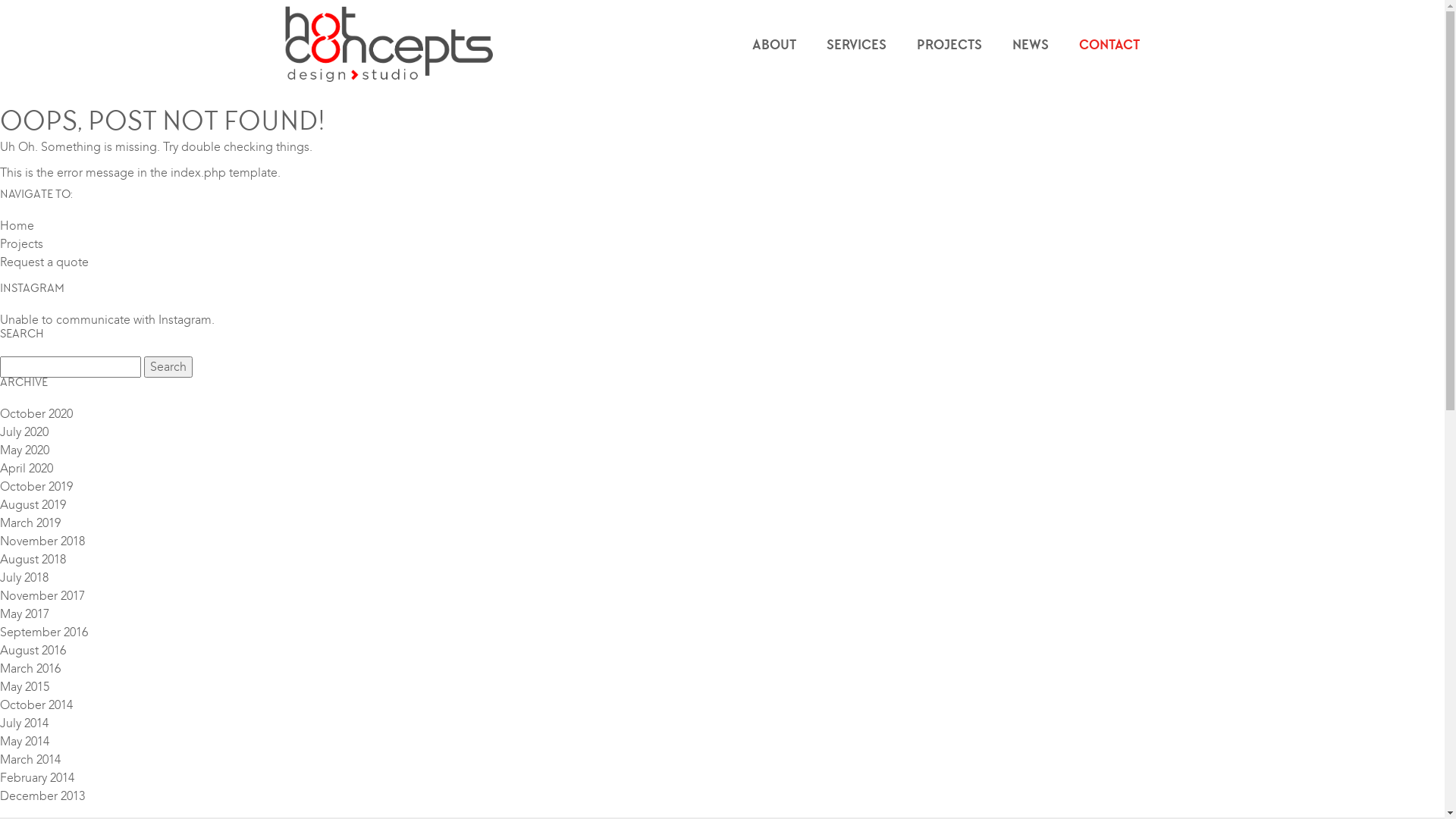 The width and height of the screenshot is (1456, 819). What do you see at coordinates (24, 450) in the screenshot?
I see `'May 2020'` at bounding box center [24, 450].